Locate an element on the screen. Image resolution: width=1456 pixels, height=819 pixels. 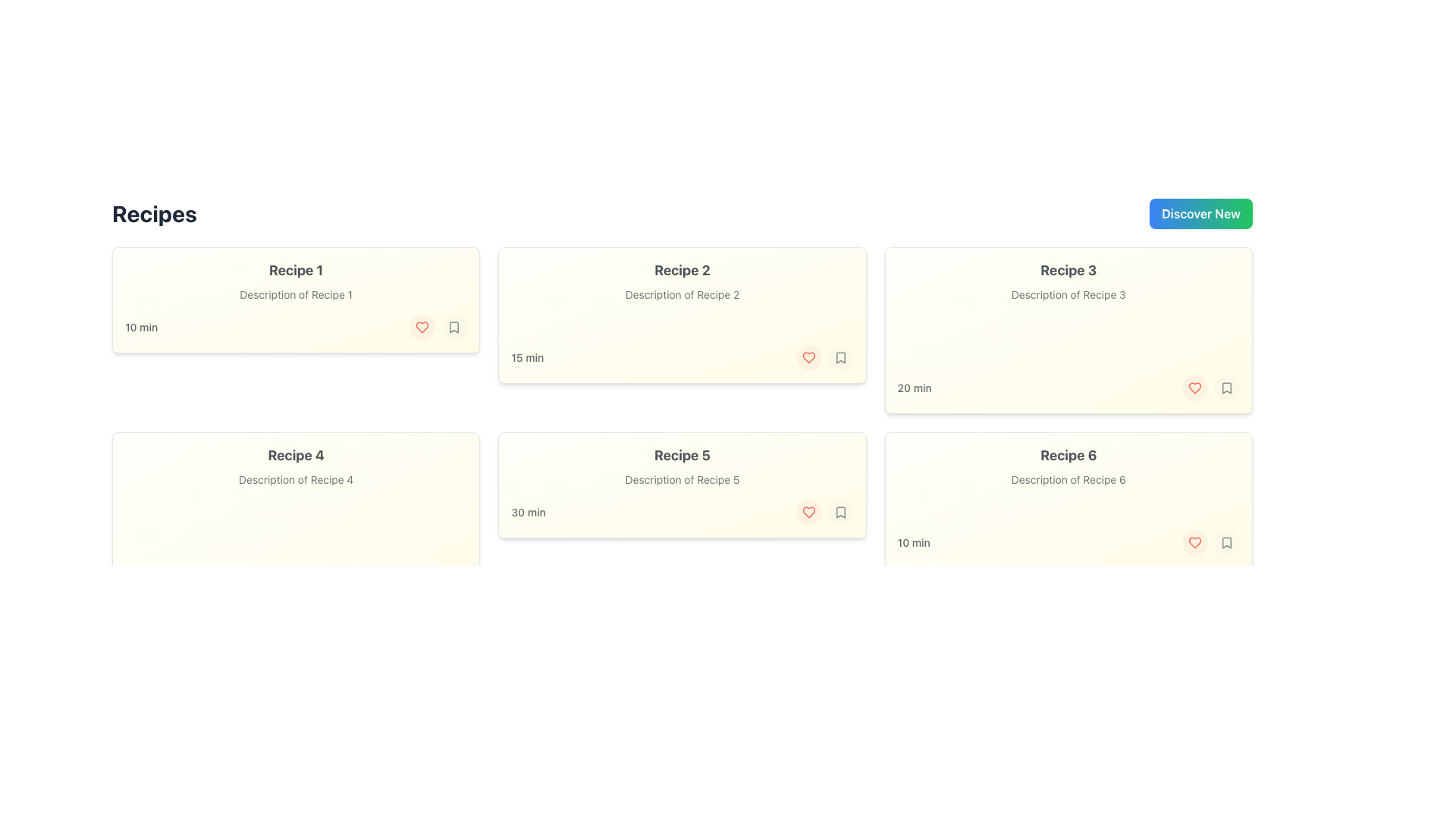
the bookmark icon located at the bottom-right corner of the 'Recipe 1' card to bookmark the recipe for later access is located at coordinates (453, 327).